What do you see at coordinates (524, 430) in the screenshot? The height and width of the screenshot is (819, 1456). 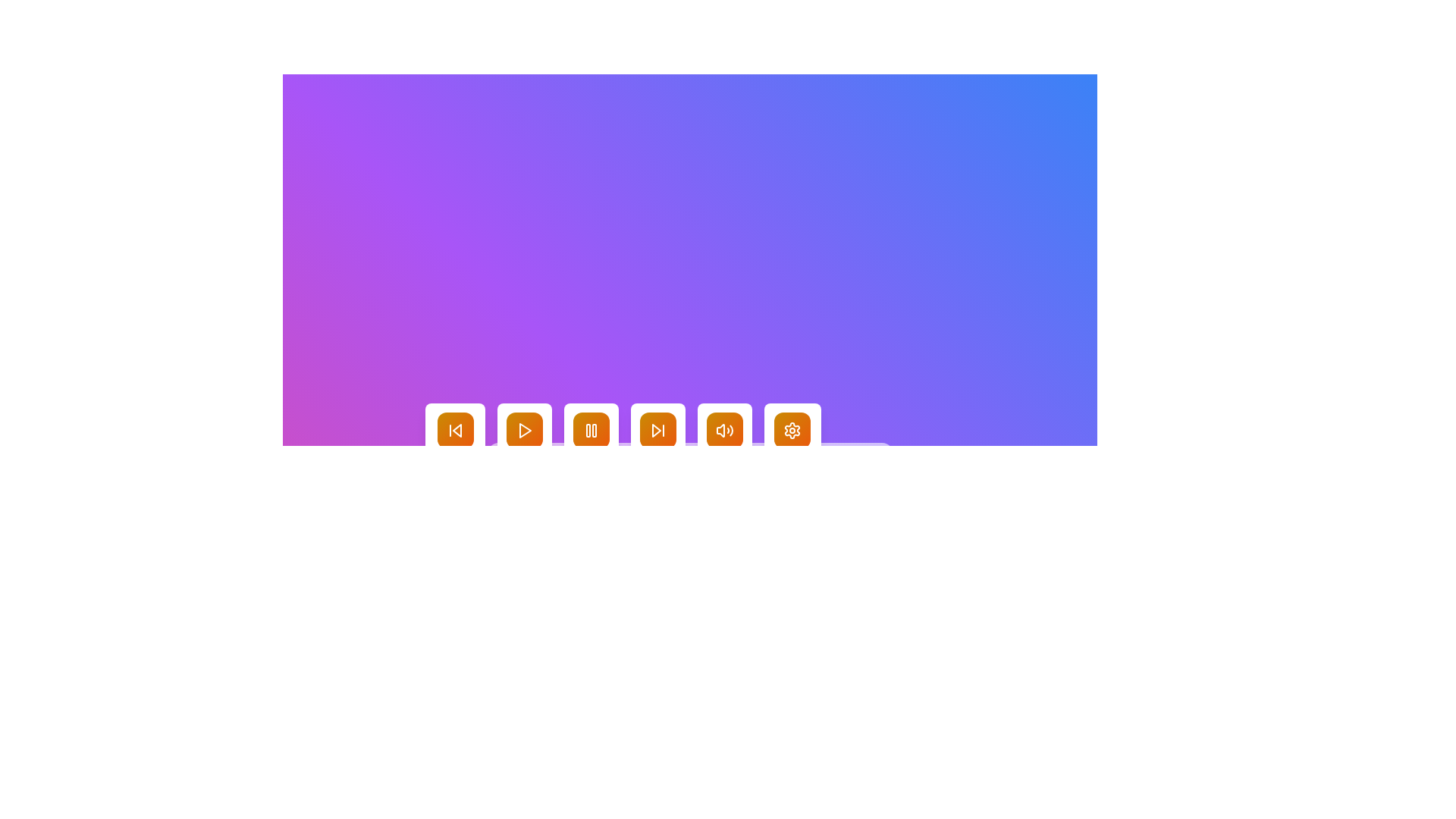 I see `the play button, which is a rectangular icon with rounded corners, filled with a yellow to orange gradient and a white play triangle centered within it` at bounding box center [524, 430].